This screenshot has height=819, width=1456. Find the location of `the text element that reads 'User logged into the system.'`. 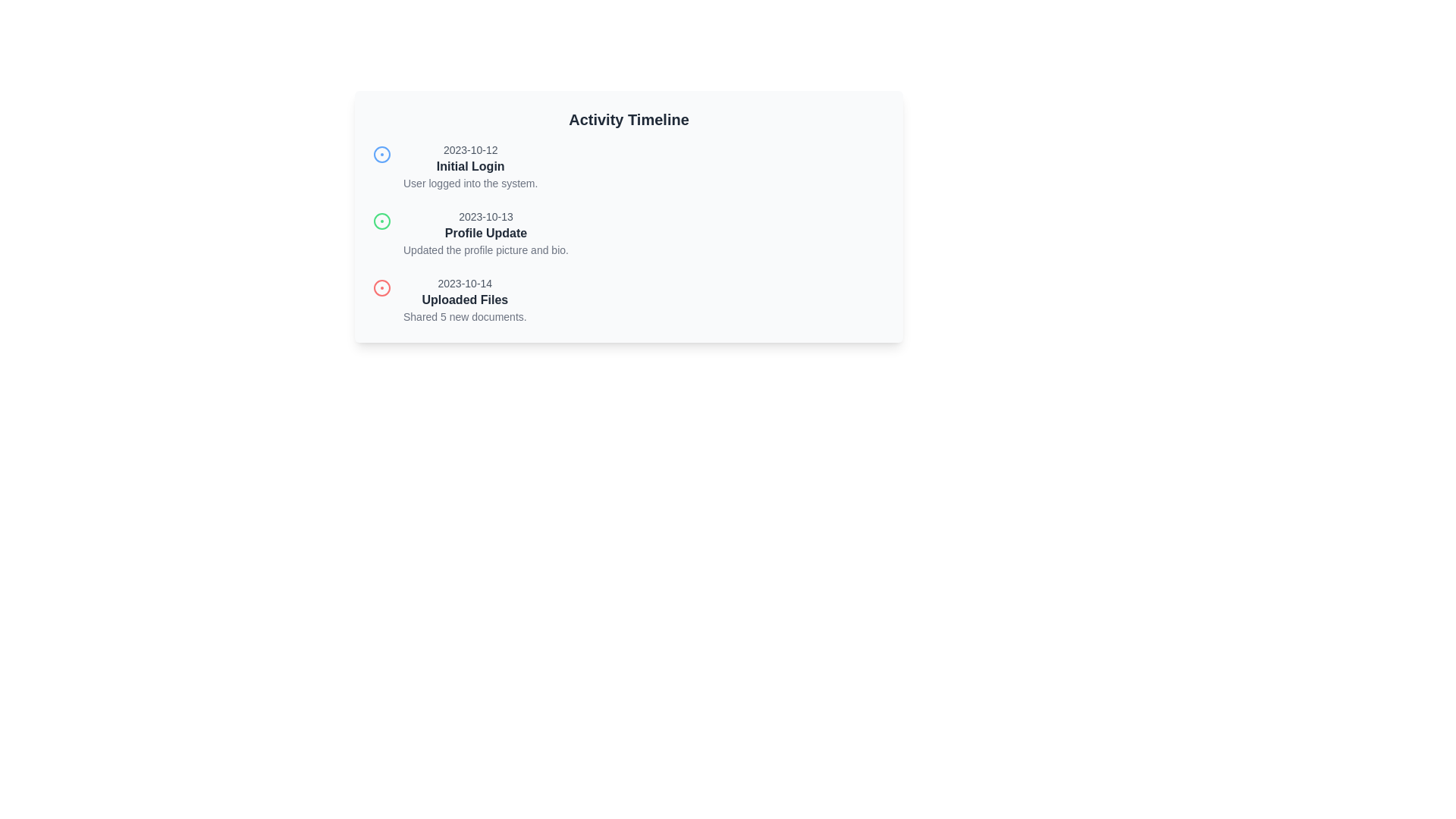

the text element that reads 'User logged into the system.' is located at coordinates (469, 183).